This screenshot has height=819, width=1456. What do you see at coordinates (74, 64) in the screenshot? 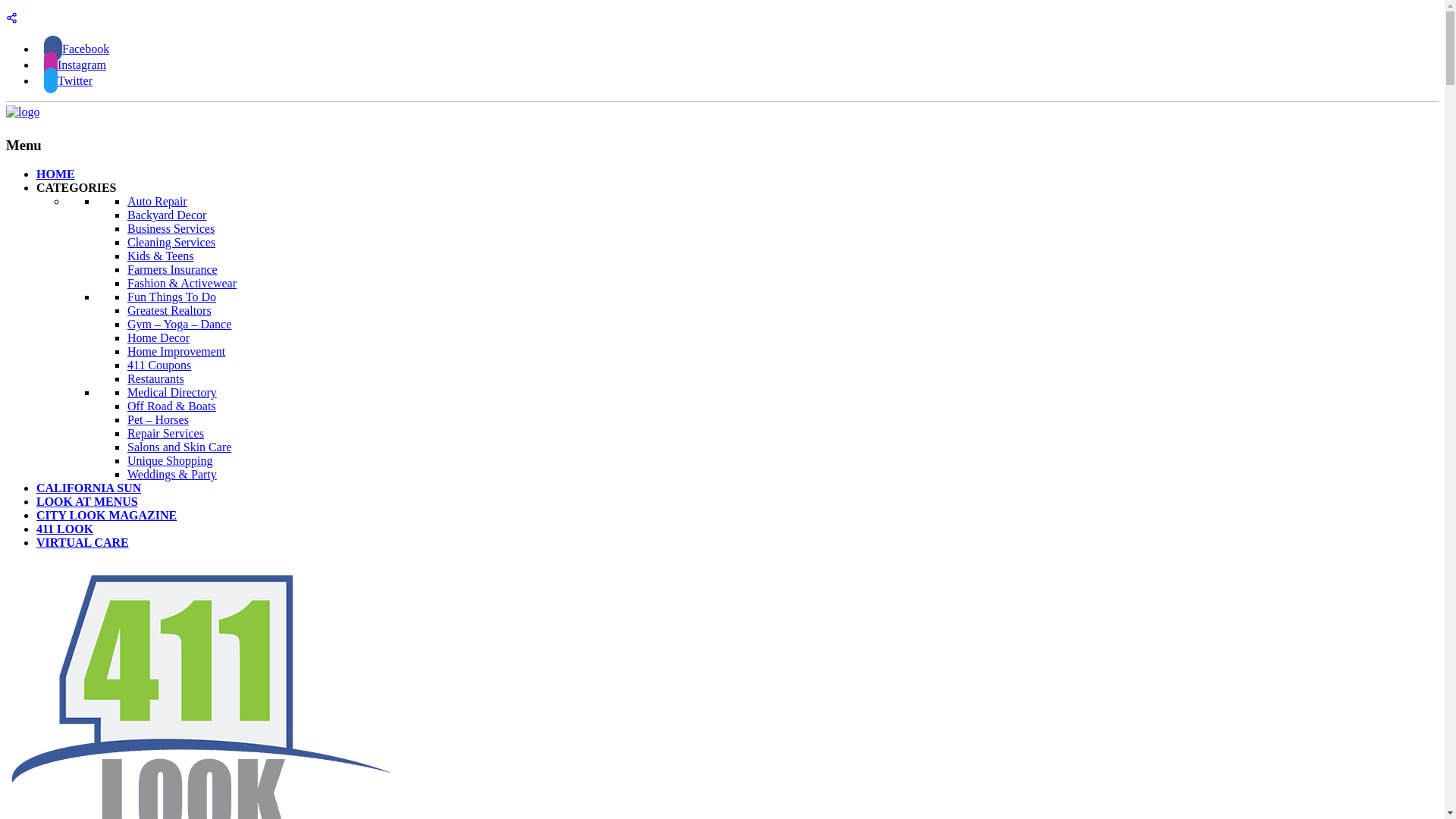
I see `'Instagram'` at bounding box center [74, 64].